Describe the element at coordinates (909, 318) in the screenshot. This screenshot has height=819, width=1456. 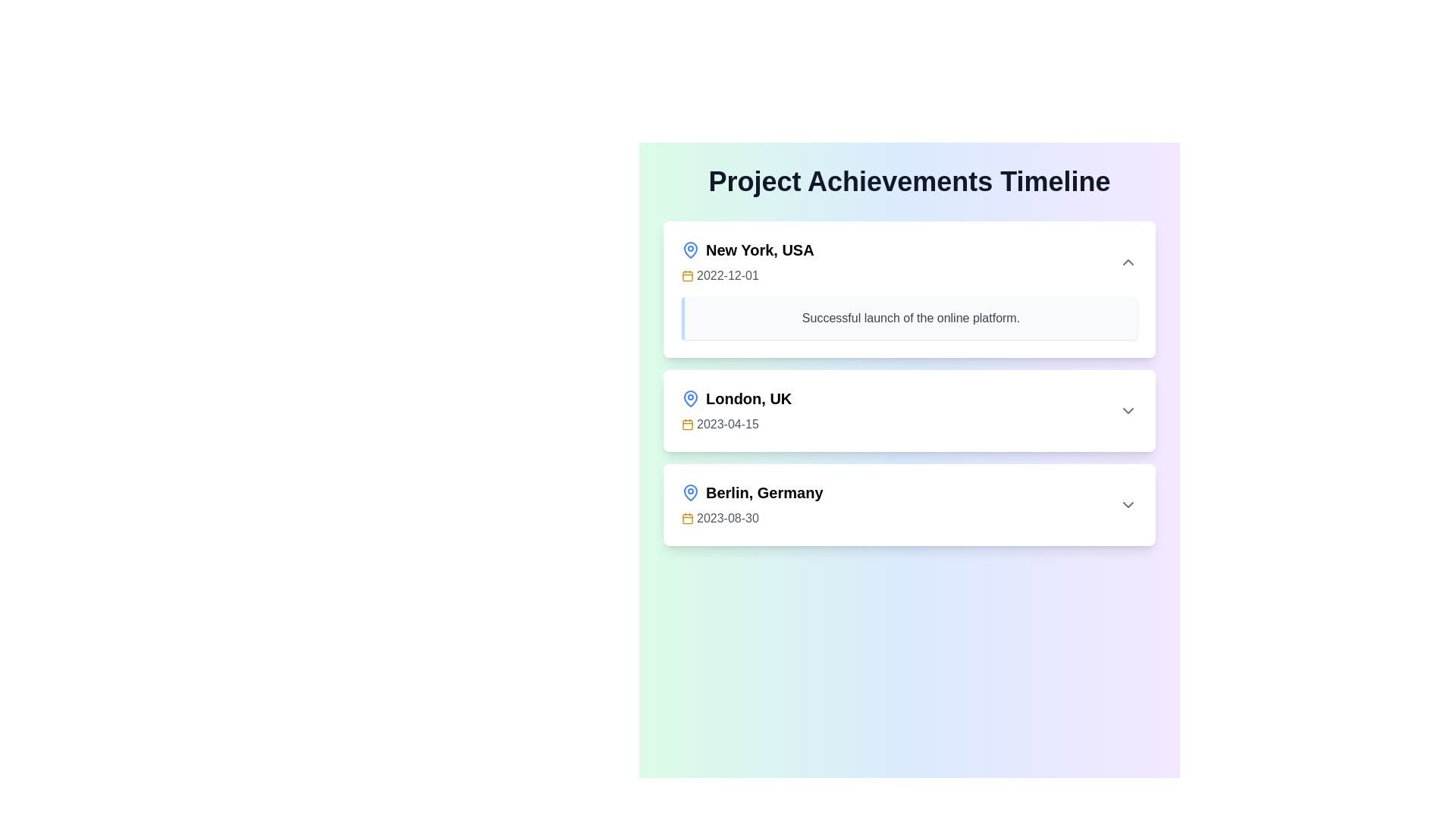
I see `the Text Display Box displaying the message 'Successful launch of the online platform.' located in the 'New York, USA' section of the timeline interface` at that location.